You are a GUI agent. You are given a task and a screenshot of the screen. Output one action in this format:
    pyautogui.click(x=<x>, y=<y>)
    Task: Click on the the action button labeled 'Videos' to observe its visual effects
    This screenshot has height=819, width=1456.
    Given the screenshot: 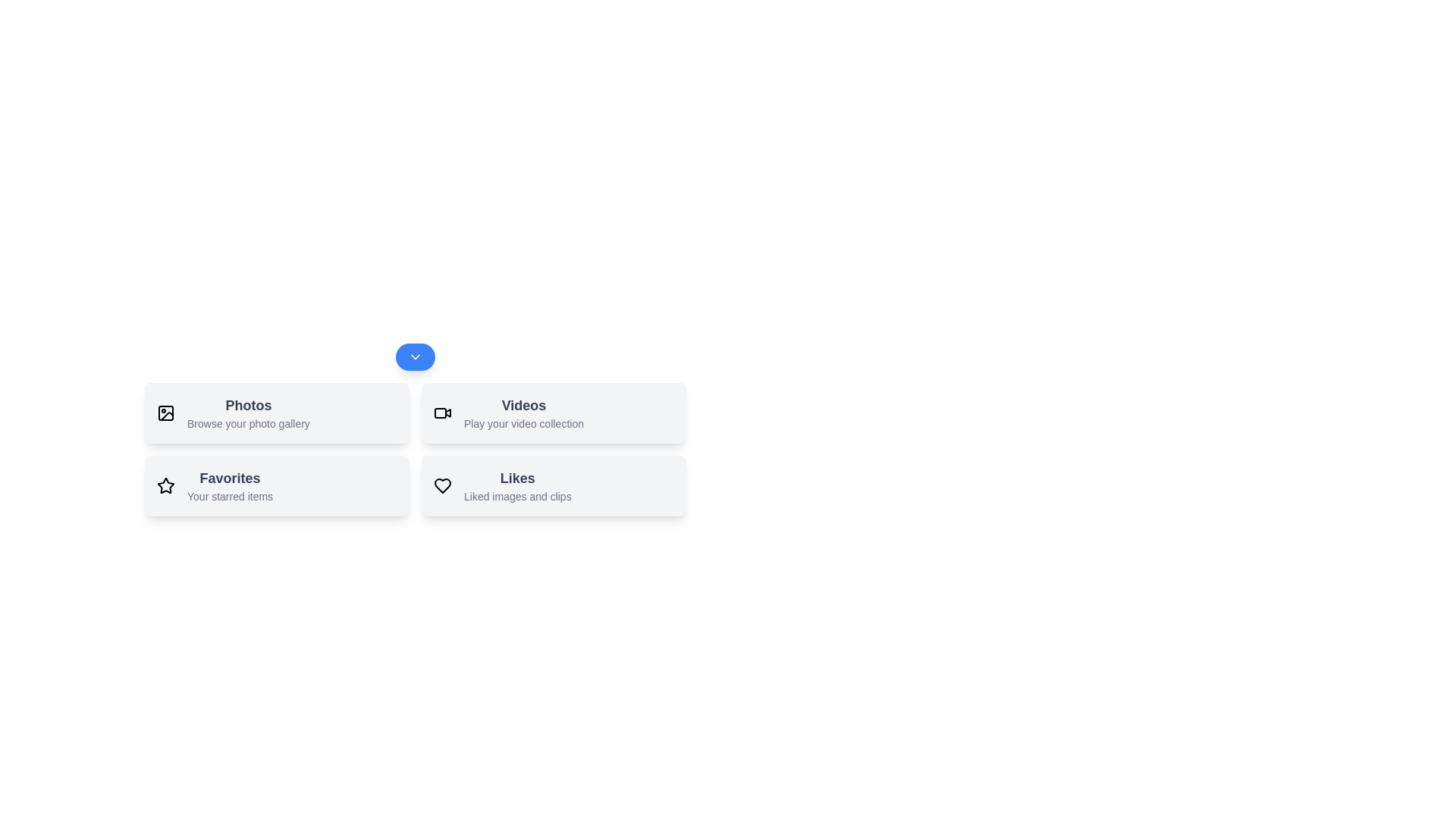 What is the action you would take?
    pyautogui.click(x=553, y=413)
    